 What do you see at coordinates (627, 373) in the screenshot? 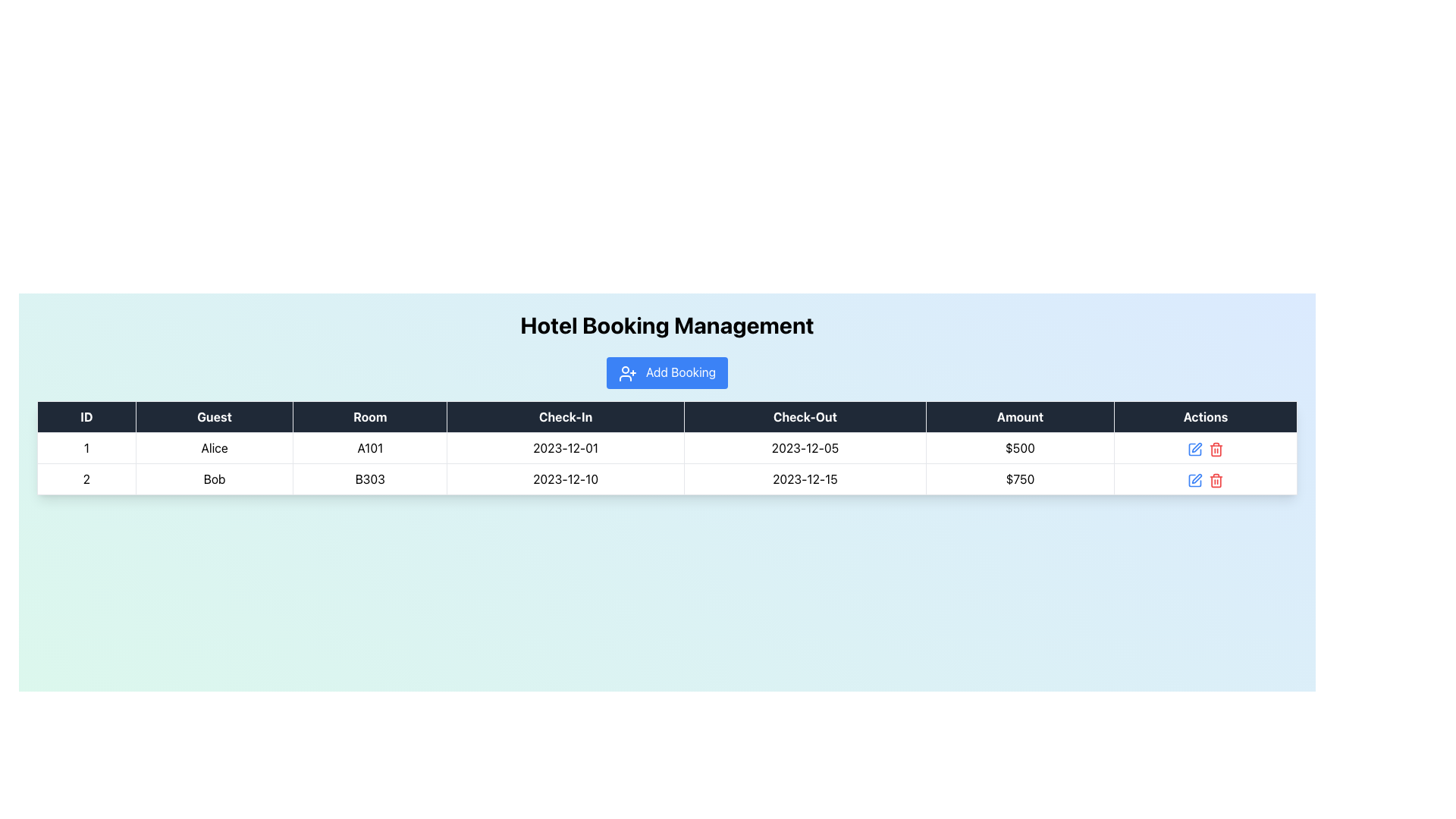
I see `the Decorative Icon pictogram of a user with a '+' sign next to it, which is located within the 'Add Booking' button` at bounding box center [627, 373].